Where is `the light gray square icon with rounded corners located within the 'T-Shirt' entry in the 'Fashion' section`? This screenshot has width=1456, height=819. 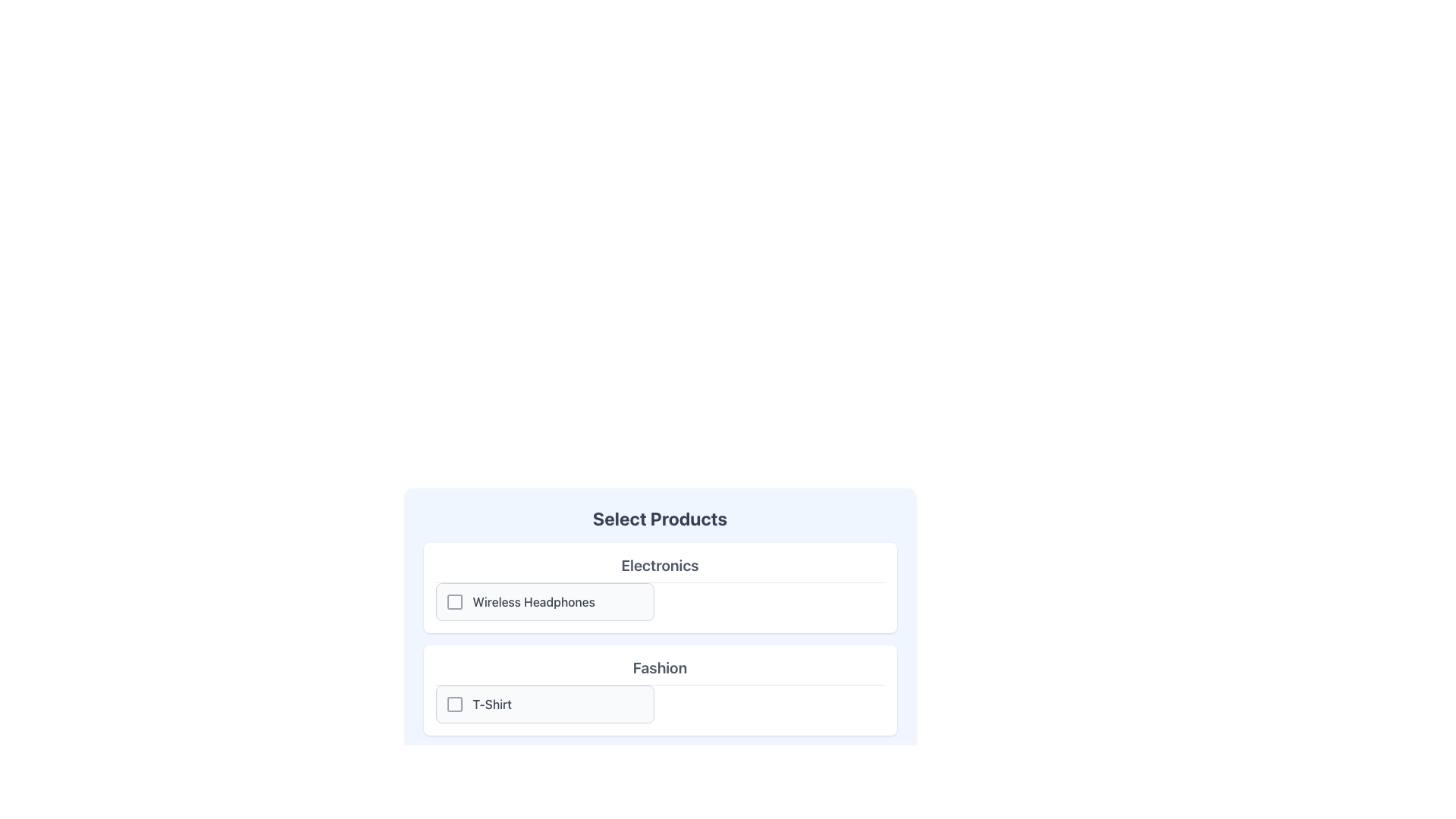 the light gray square icon with rounded corners located within the 'T-Shirt' entry in the 'Fashion' section is located at coordinates (453, 704).